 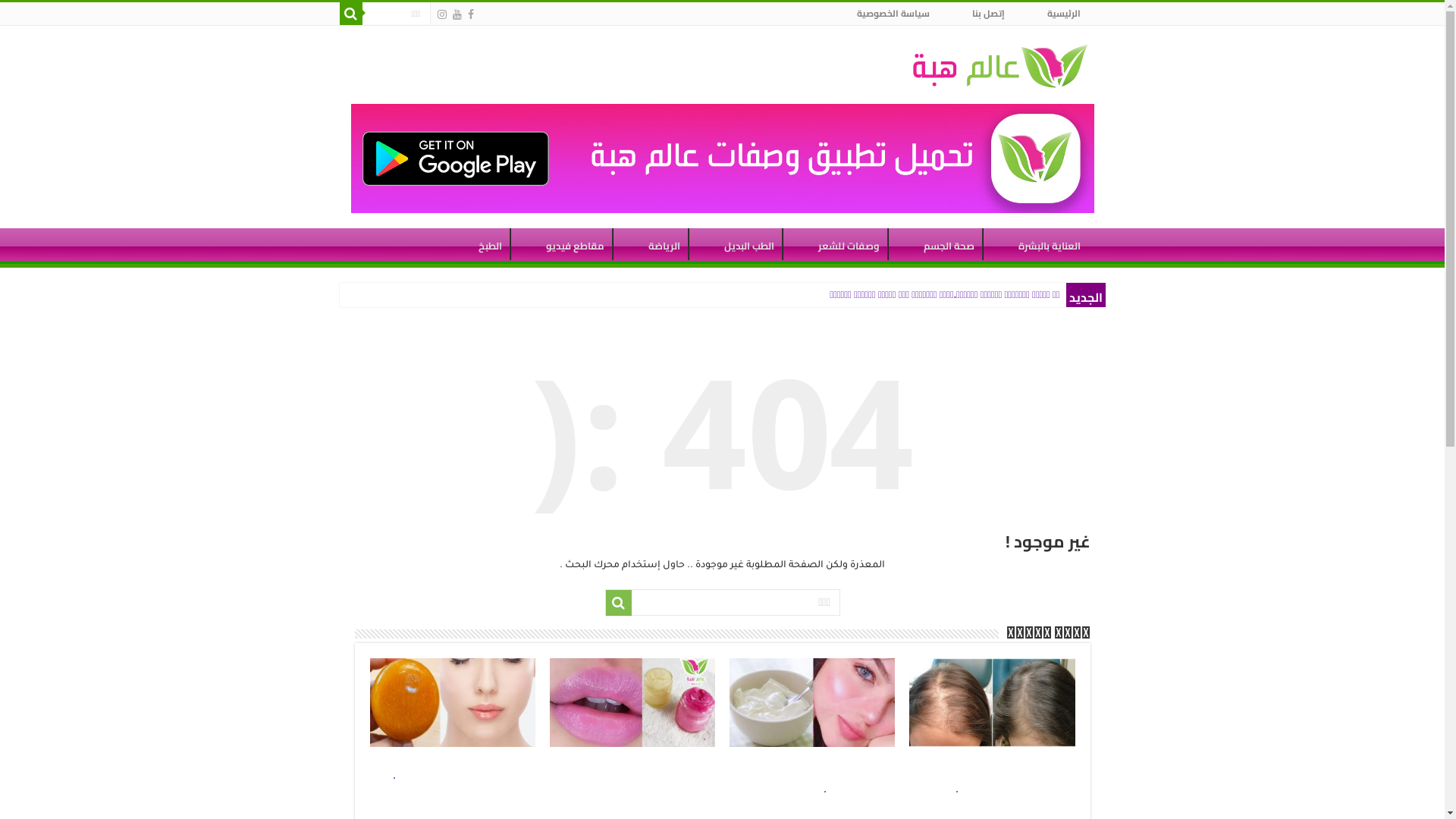 I want to click on 'Youtube', so click(x=450, y=14).